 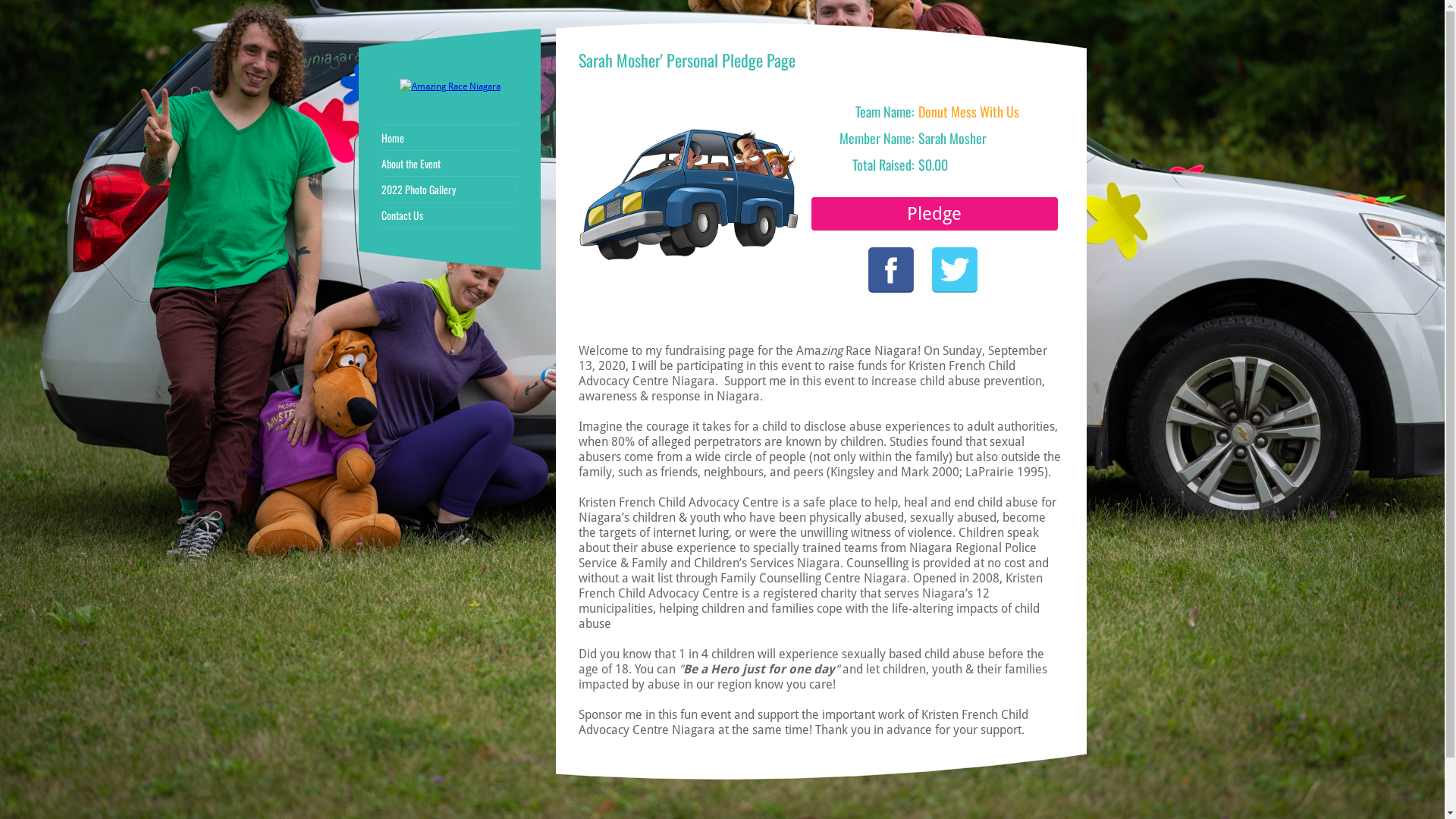 I want to click on 'Donut Mess With Us', so click(x=917, y=110).